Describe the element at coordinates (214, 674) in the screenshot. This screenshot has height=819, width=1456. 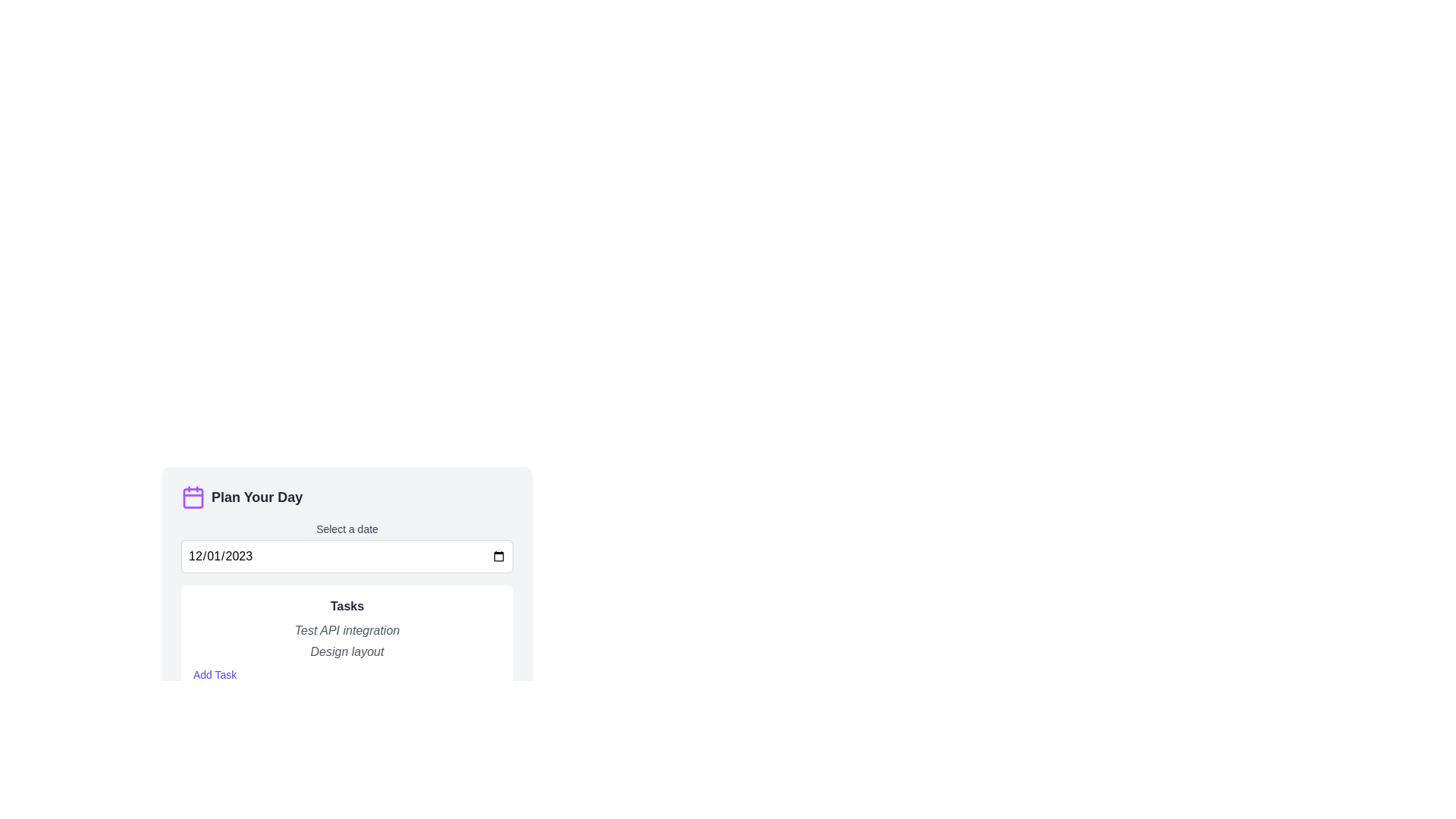
I see `the button located at the bottom of the 'Tasks' section` at that location.